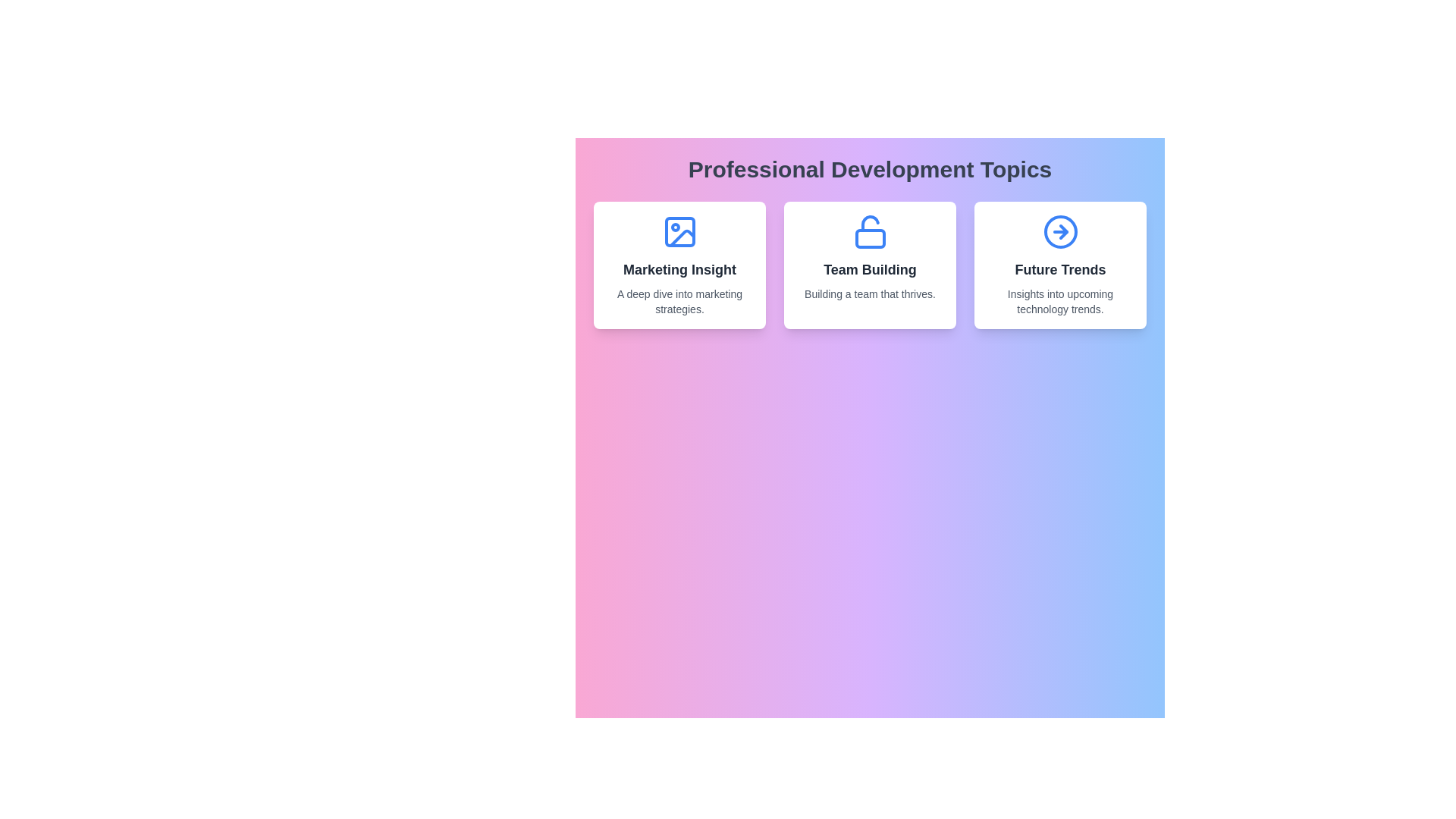 This screenshot has width=1456, height=819. Describe the element at coordinates (870, 265) in the screenshot. I see `the card representing Team Building` at that location.